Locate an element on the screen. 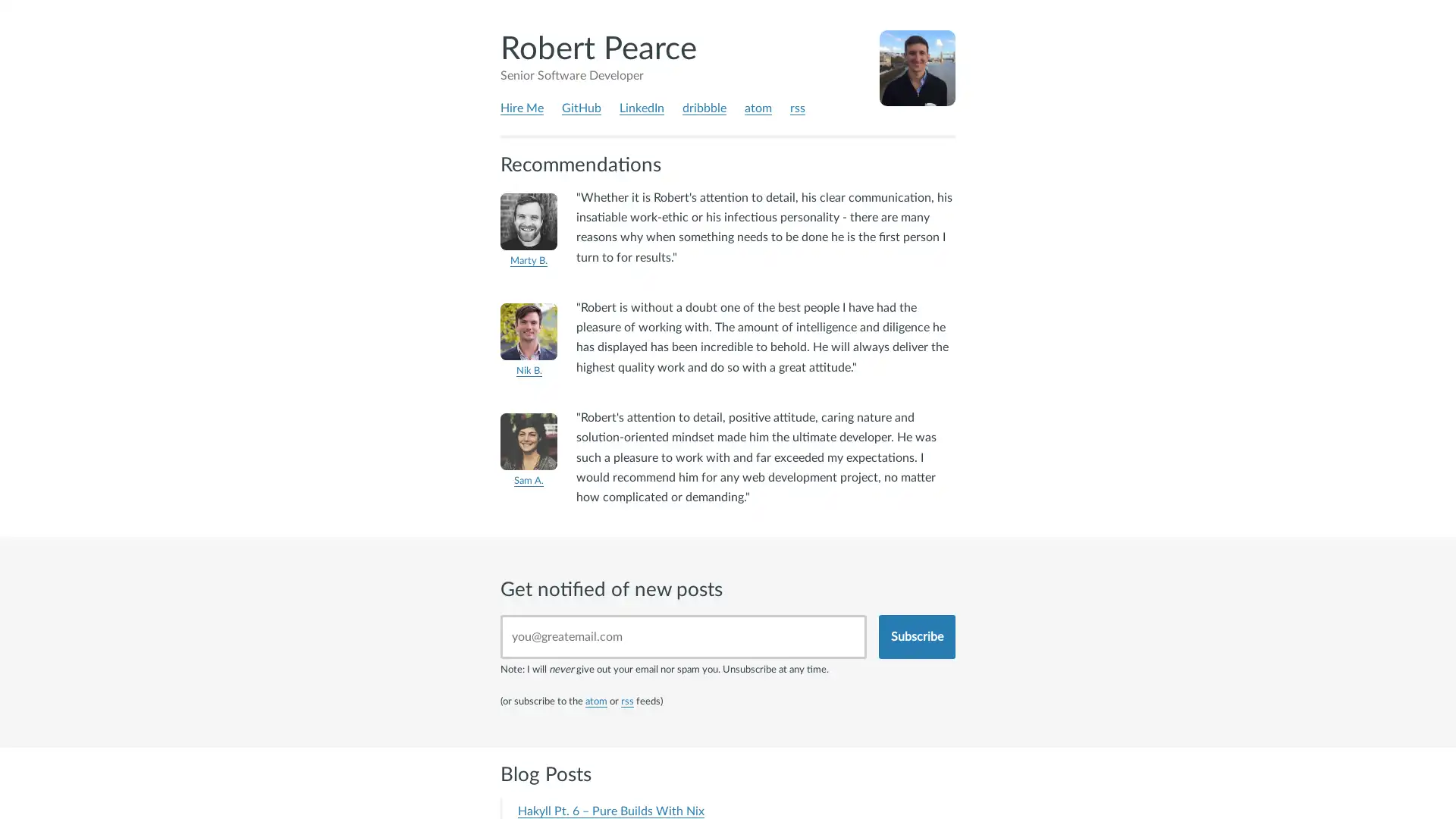  Subscribe is located at coordinates (916, 636).